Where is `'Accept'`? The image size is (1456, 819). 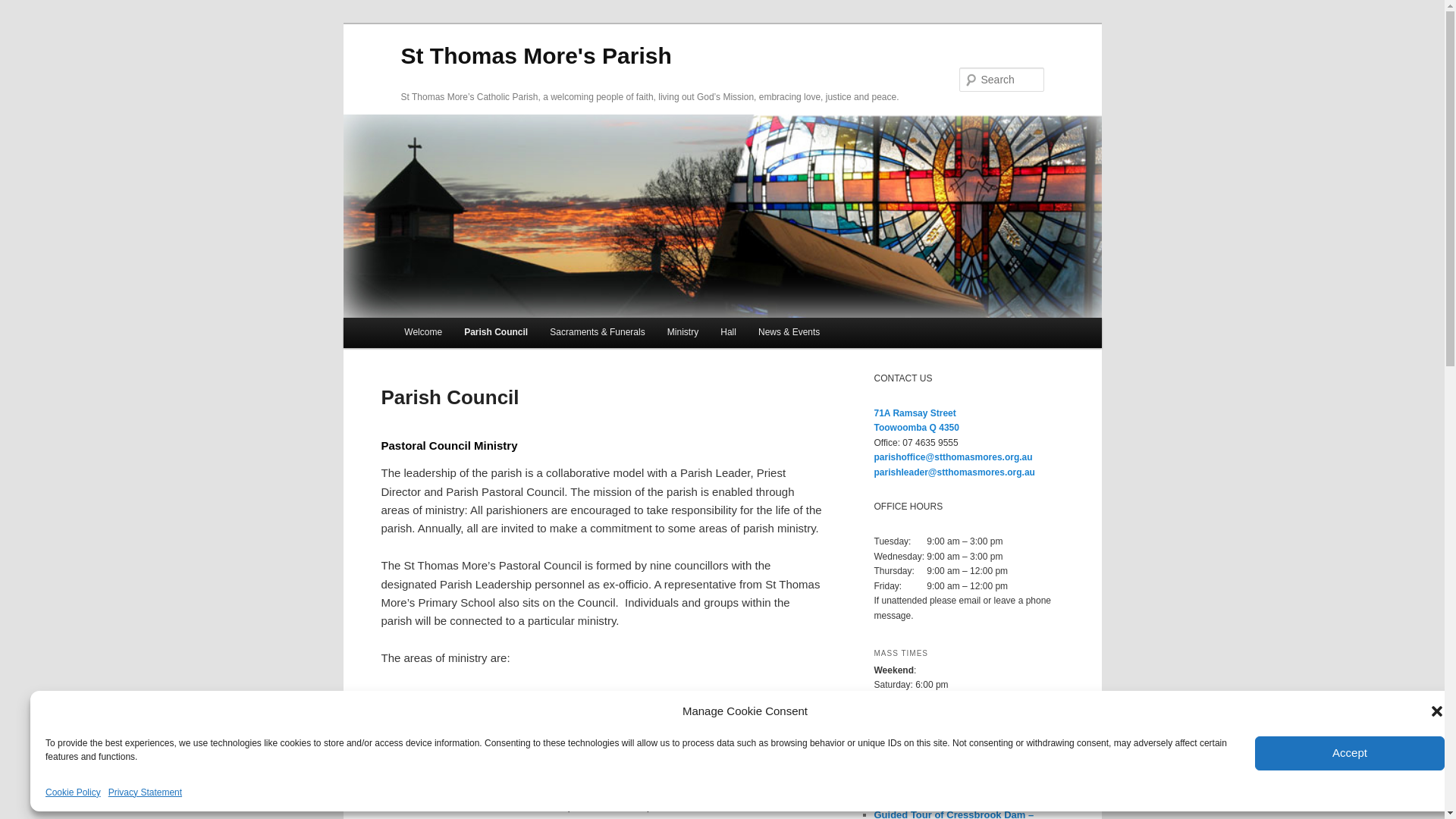
'Accept' is located at coordinates (1350, 752).